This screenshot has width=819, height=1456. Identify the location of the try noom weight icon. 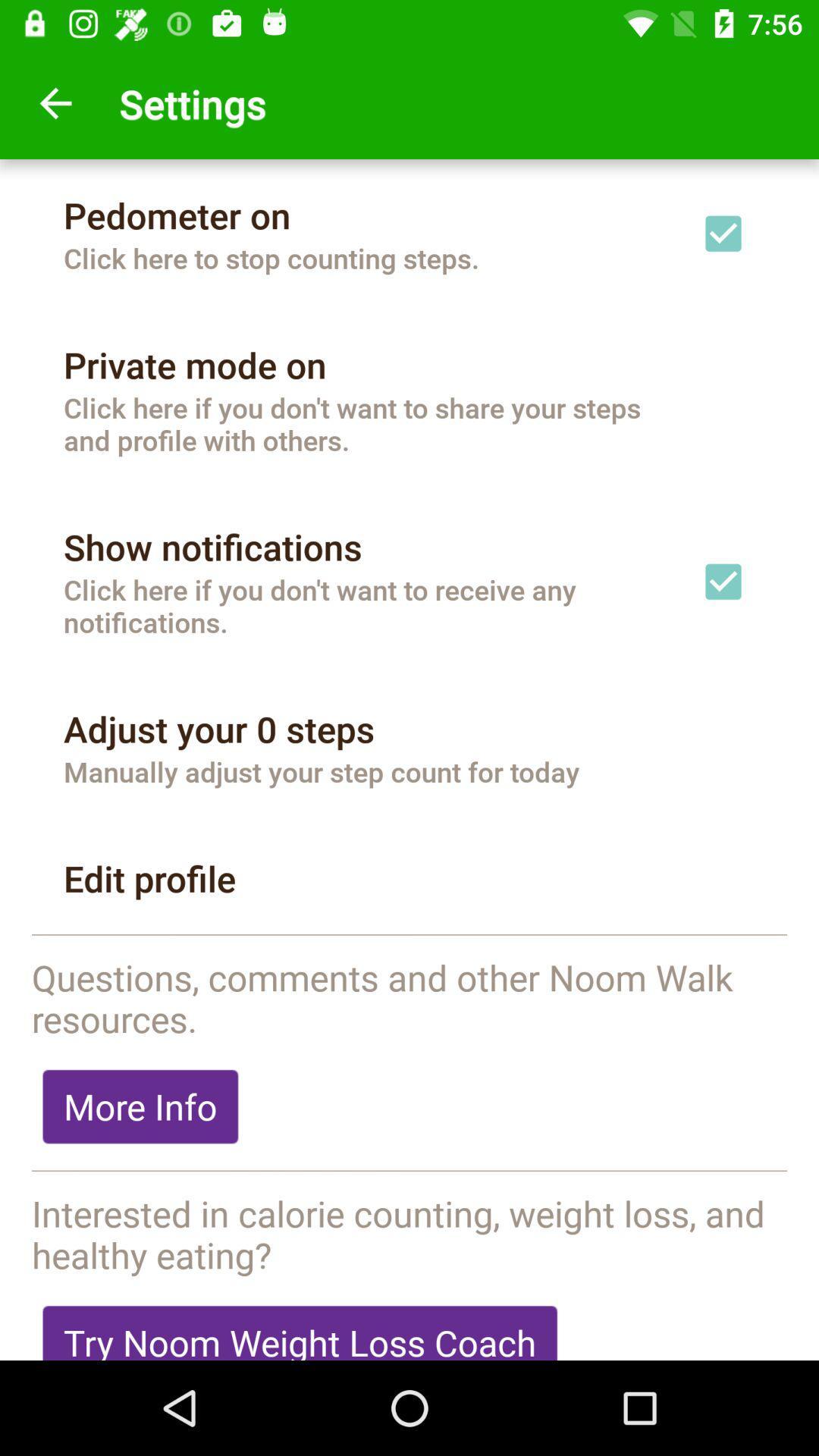
(300, 1326).